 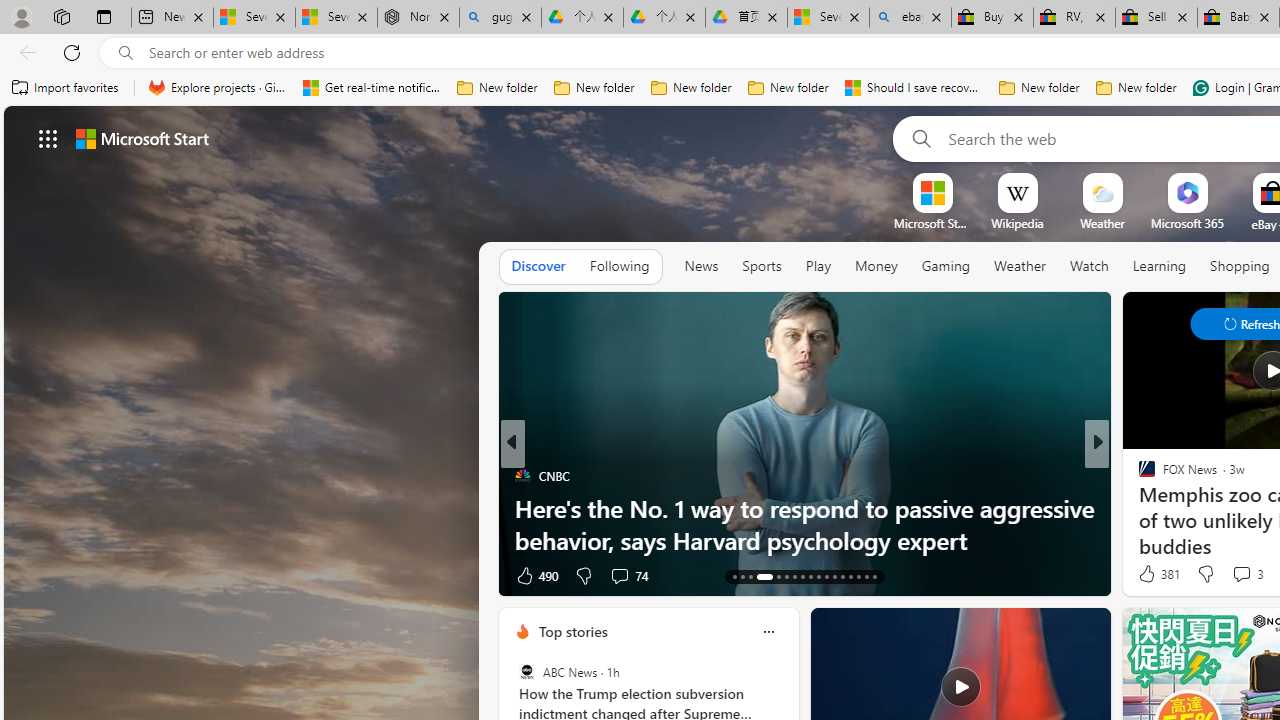 I want to click on 'AutomationID: tab-26', so click(x=850, y=577).